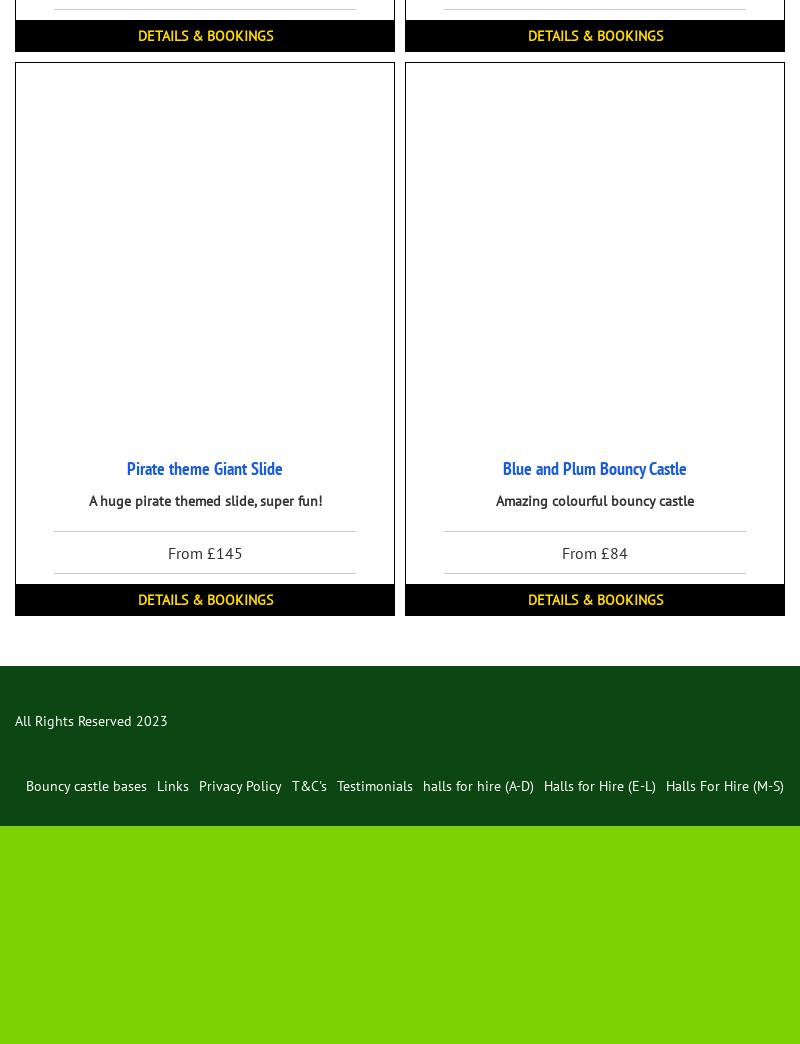 The width and height of the screenshot is (800, 1044). Describe the element at coordinates (197, 785) in the screenshot. I see `'Privacy Policy'` at that location.